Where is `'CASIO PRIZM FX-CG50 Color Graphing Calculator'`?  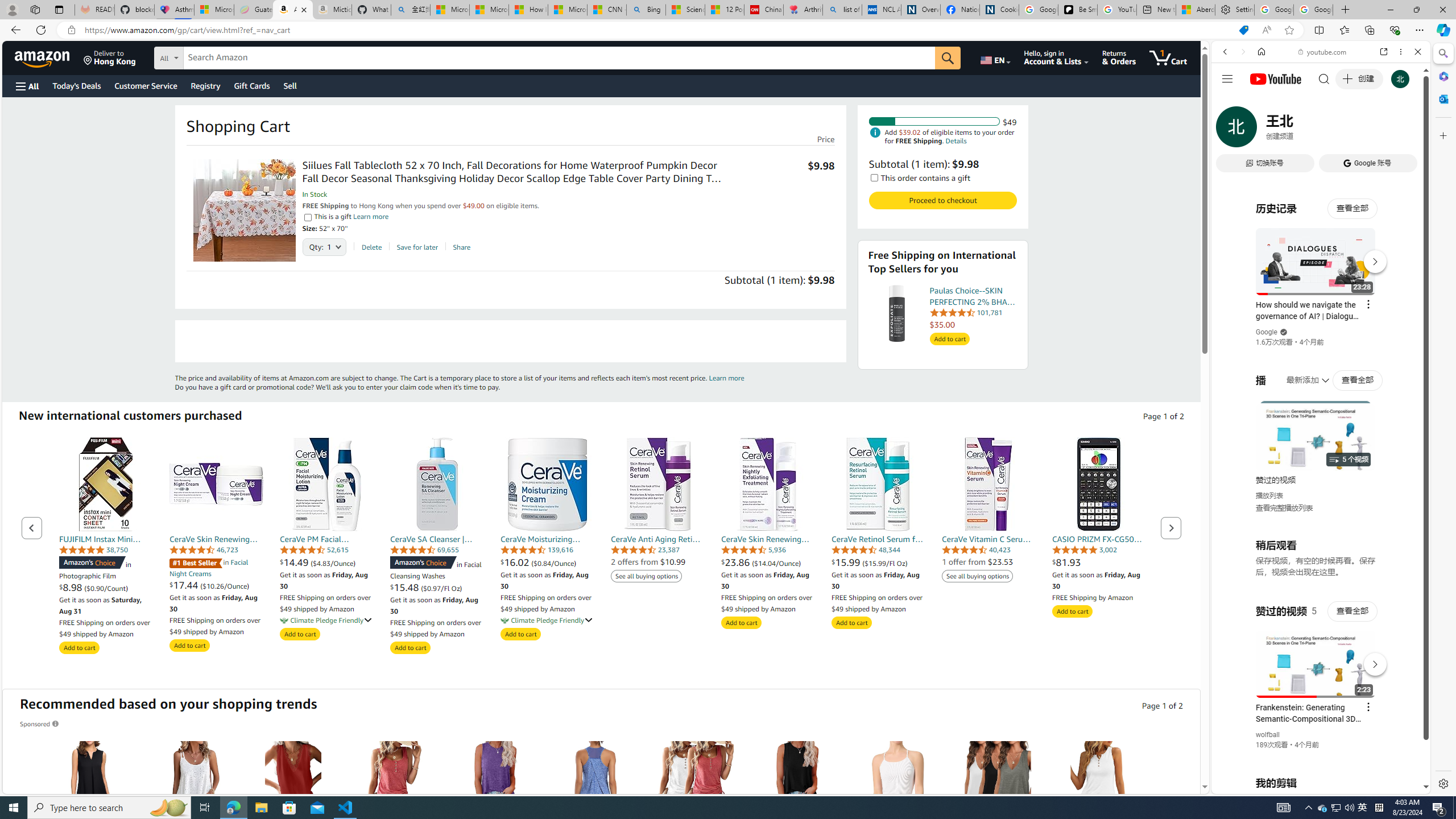
'CASIO PRIZM FX-CG50 Color Graphing Calculator' is located at coordinates (1099, 483).